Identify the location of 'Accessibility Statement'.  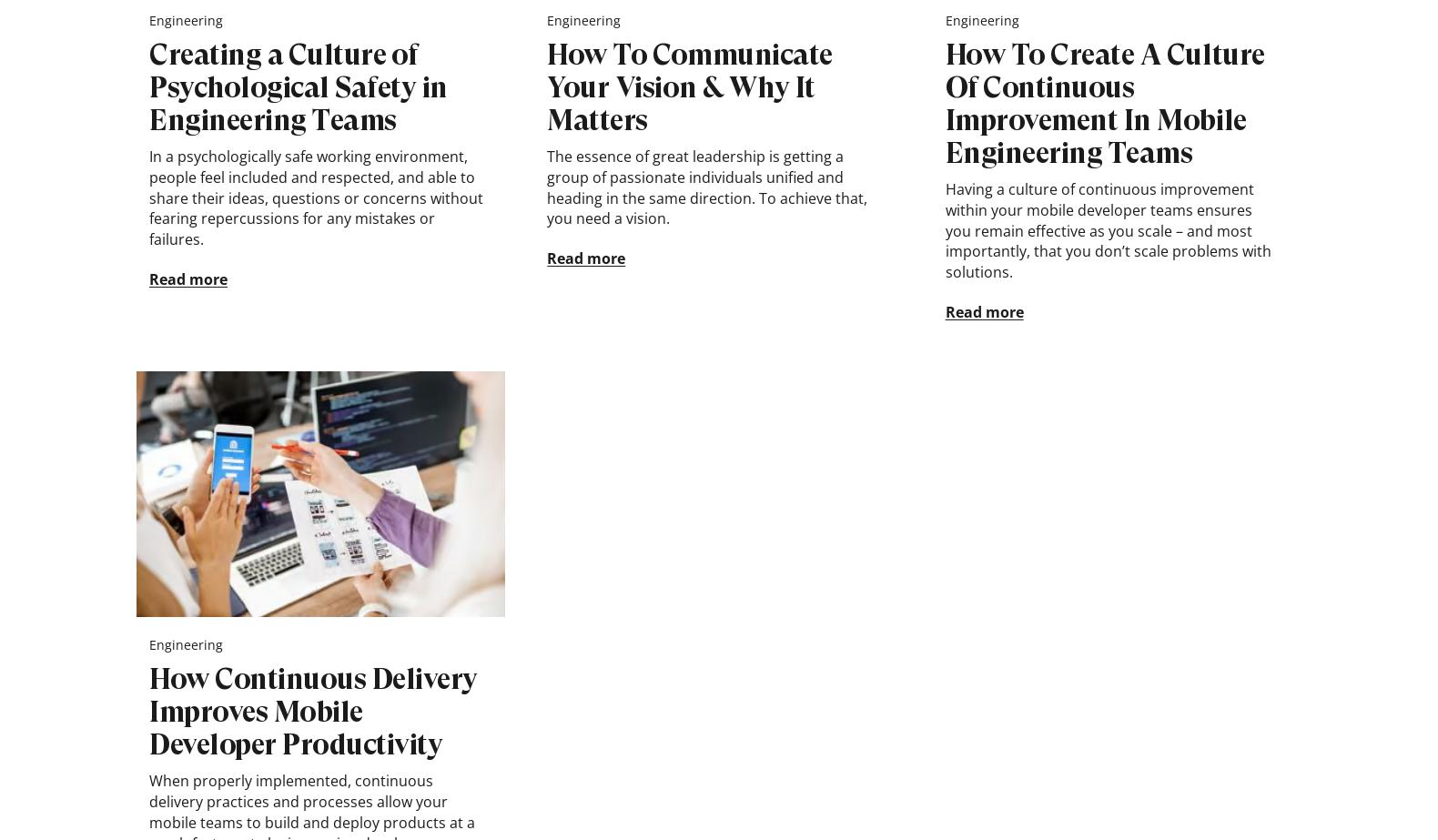
(945, 86).